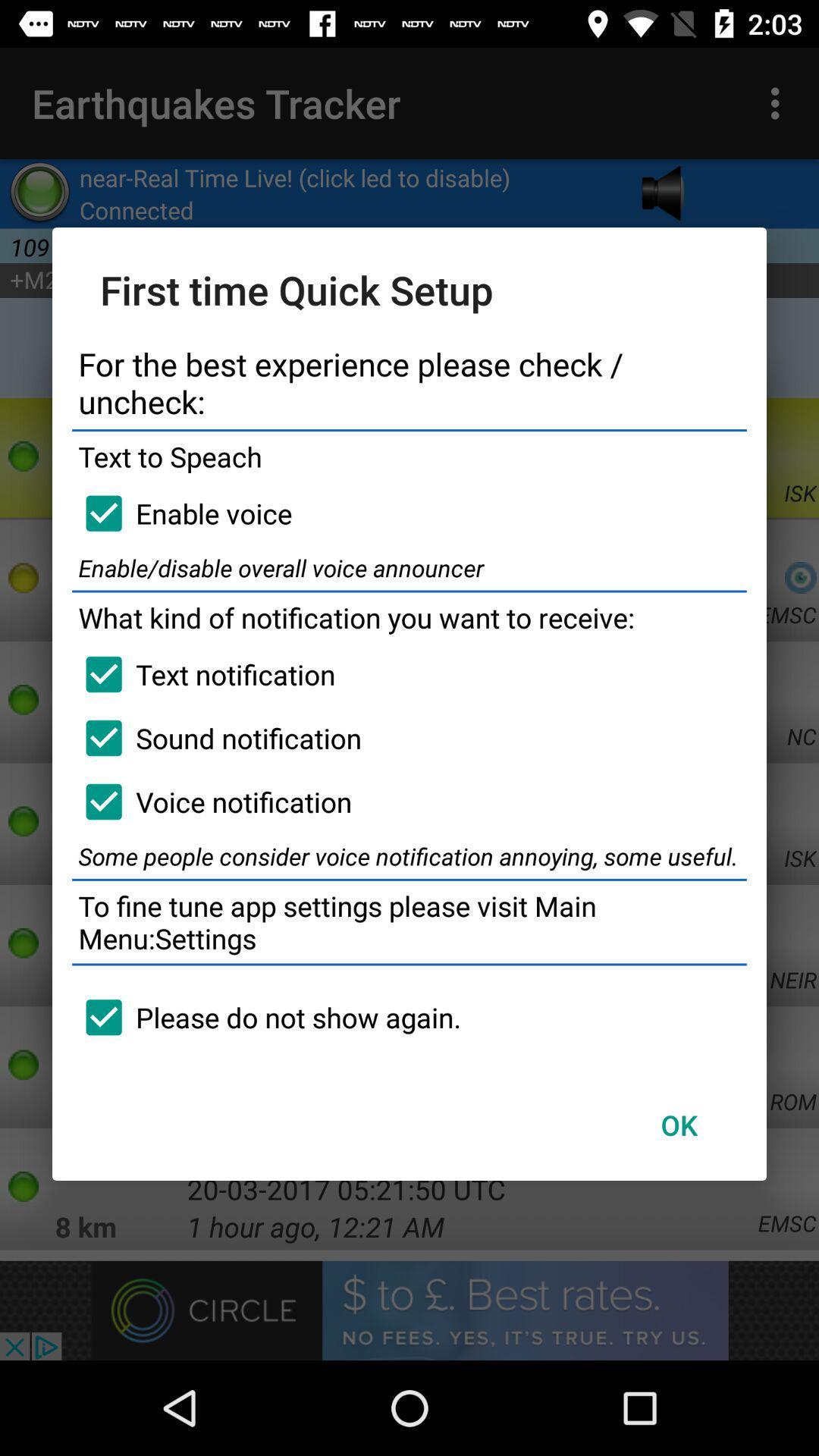 This screenshot has width=819, height=1456. What do you see at coordinates (202, 673) in the screenshot?
I see `icon below the what kind of icon` at bounding box center [202, 673].